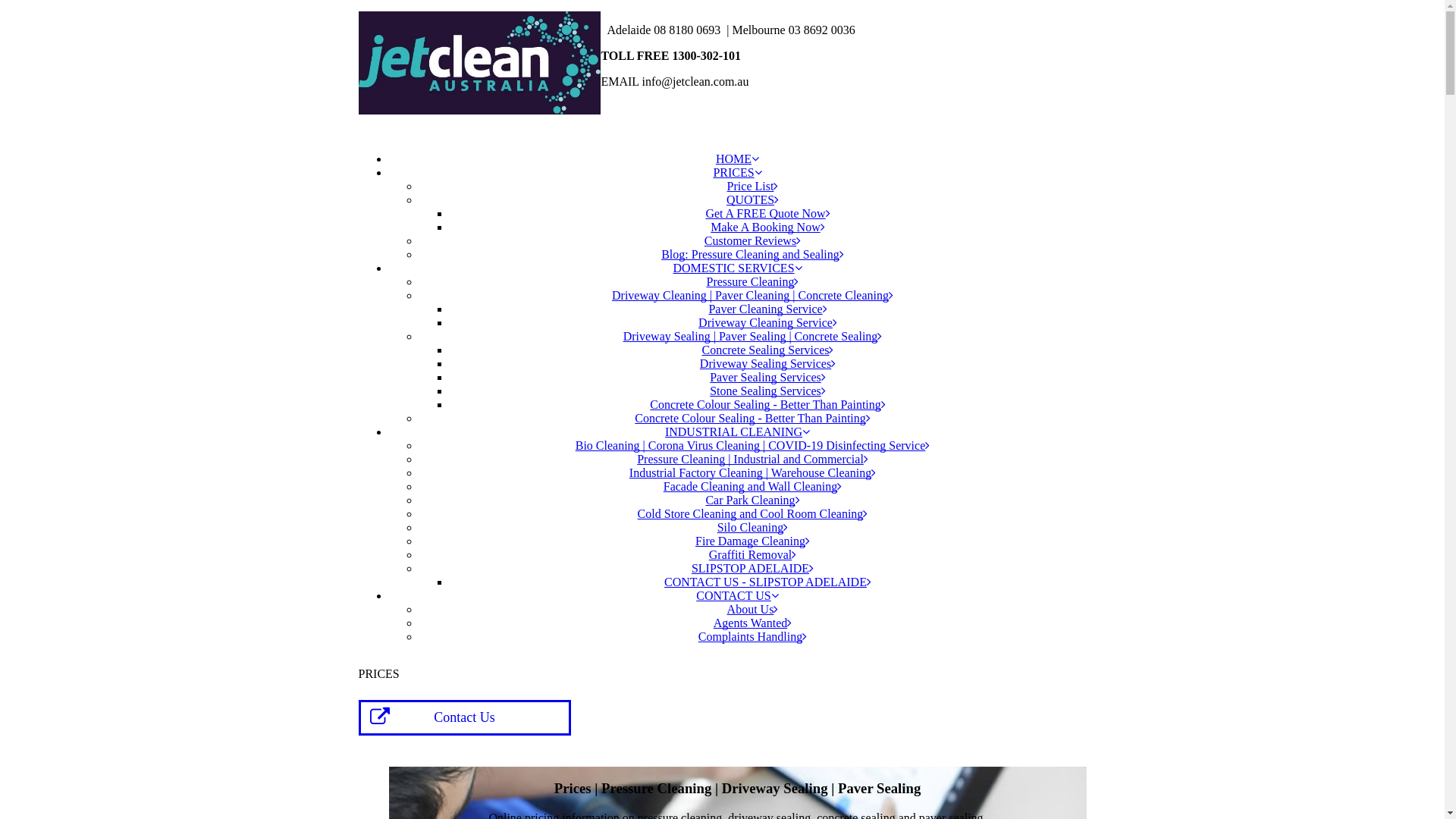  What do you see at coordinates (752, 472) in the screenshot?
I see `'Industrial Factory Cleaning | Warehouse Cleaning'` at bounding box center [752, 472].